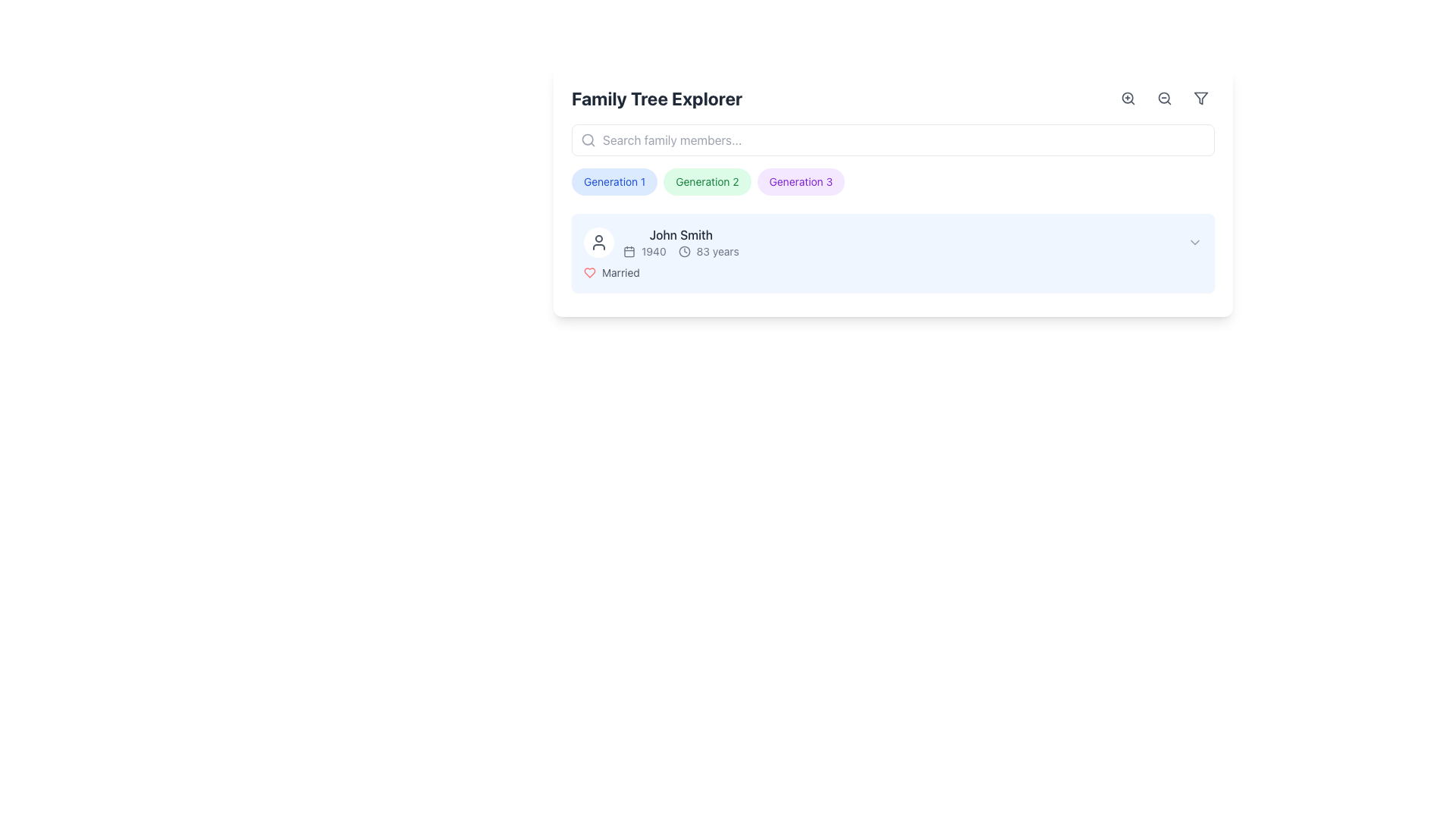  What do you see at coordinates (680, 242) in the screenshot?
I see `displayed informational text about a family tree member located in the Family Tree Explorer interface, centrally positioned within a highlighted card, to the right of the circular profile icon` at bounding box center [680, 242].